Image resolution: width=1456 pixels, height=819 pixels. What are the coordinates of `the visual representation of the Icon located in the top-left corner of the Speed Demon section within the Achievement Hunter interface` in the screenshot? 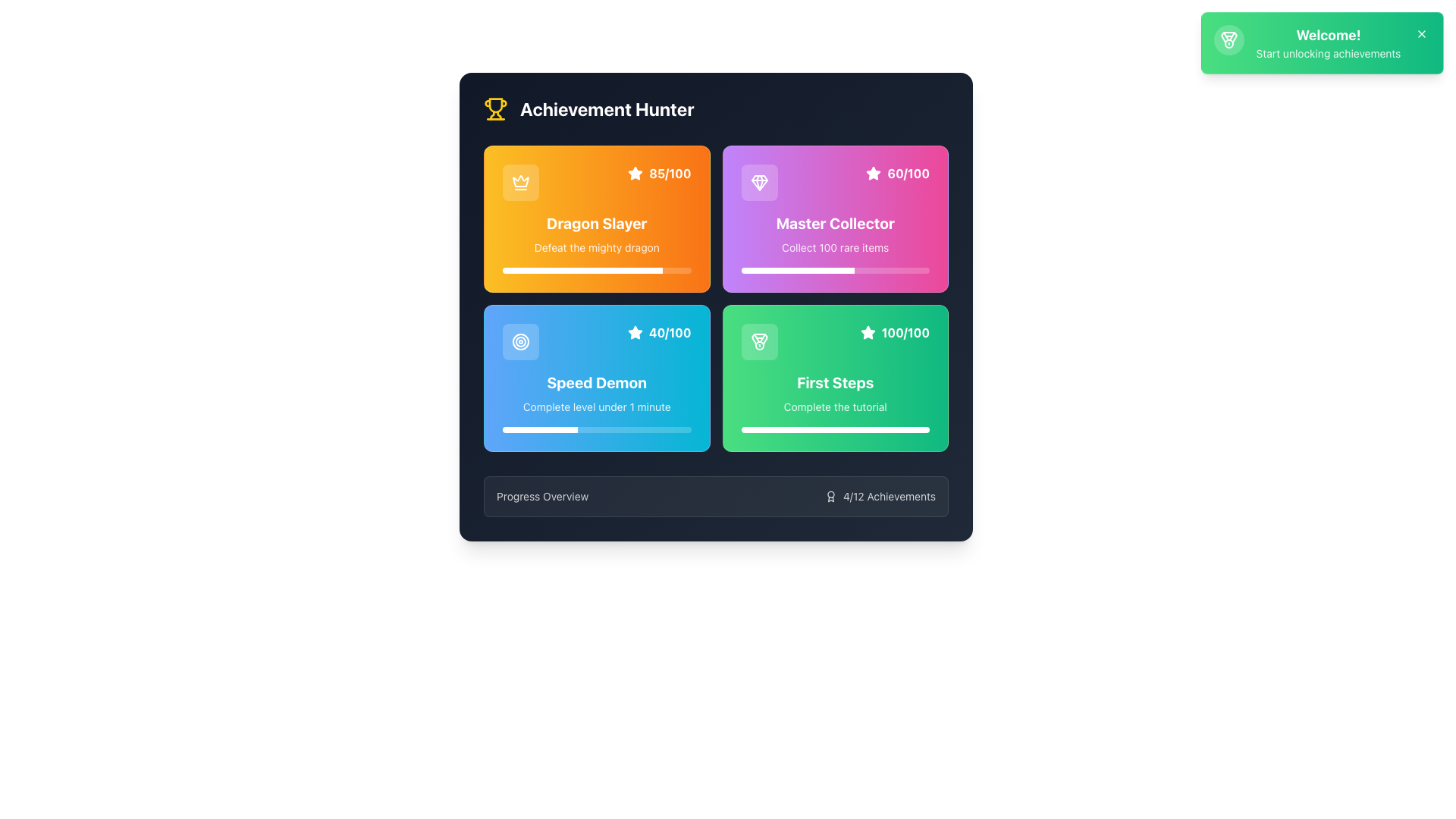 It's located at (520, 342).